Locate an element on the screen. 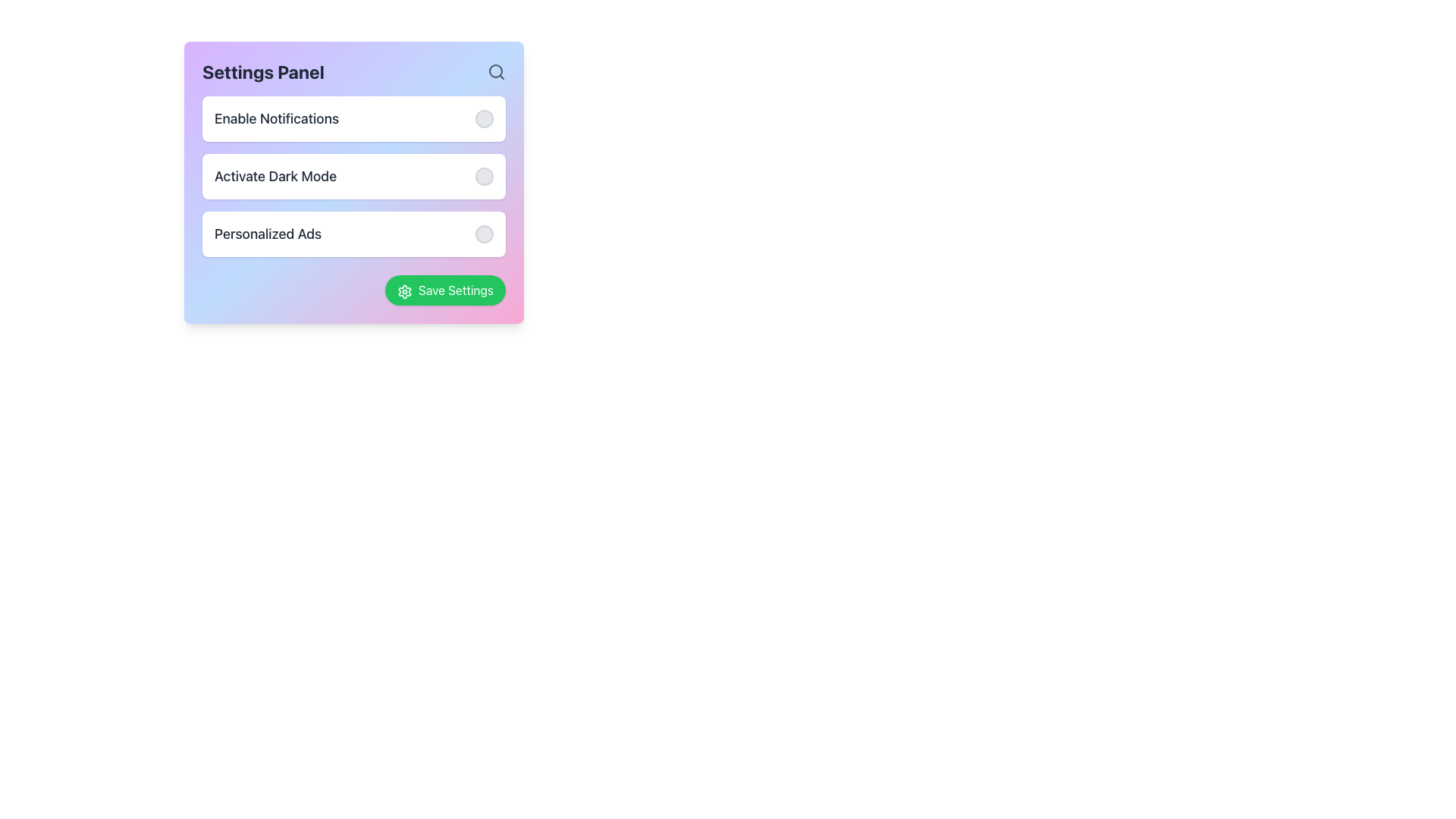 The height and width of the screenshot is (819, 1456). the radio button associated with 'Personalized Ads' is located at coordinates (483, 234).